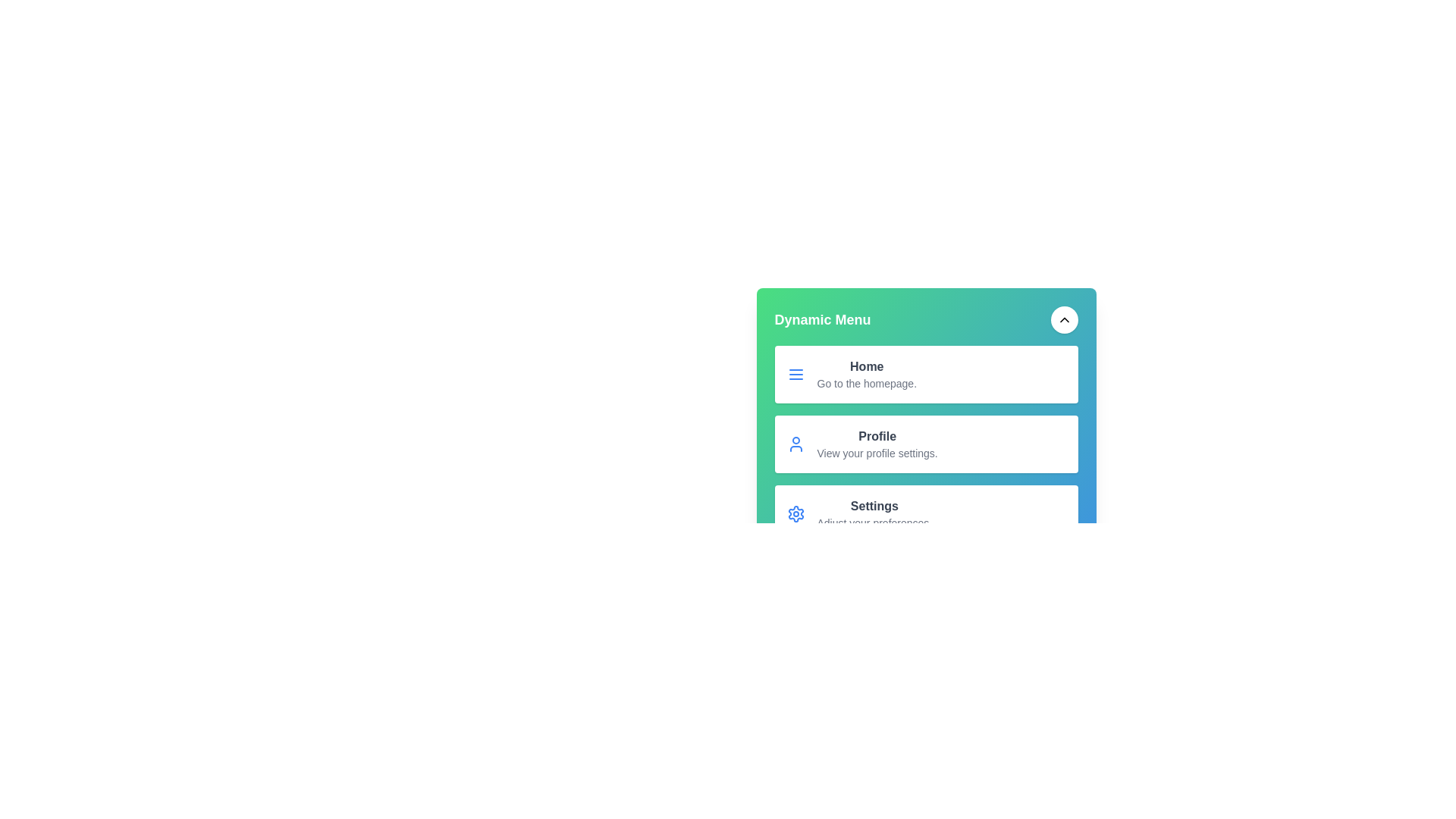 The image size is (1456, 819). Describe the element at coordinates (867, 374) in the screenshot. I see `the topmost navigation Text label under the 'Dynamic Menu' header to redirect users to the homepage` at that location.